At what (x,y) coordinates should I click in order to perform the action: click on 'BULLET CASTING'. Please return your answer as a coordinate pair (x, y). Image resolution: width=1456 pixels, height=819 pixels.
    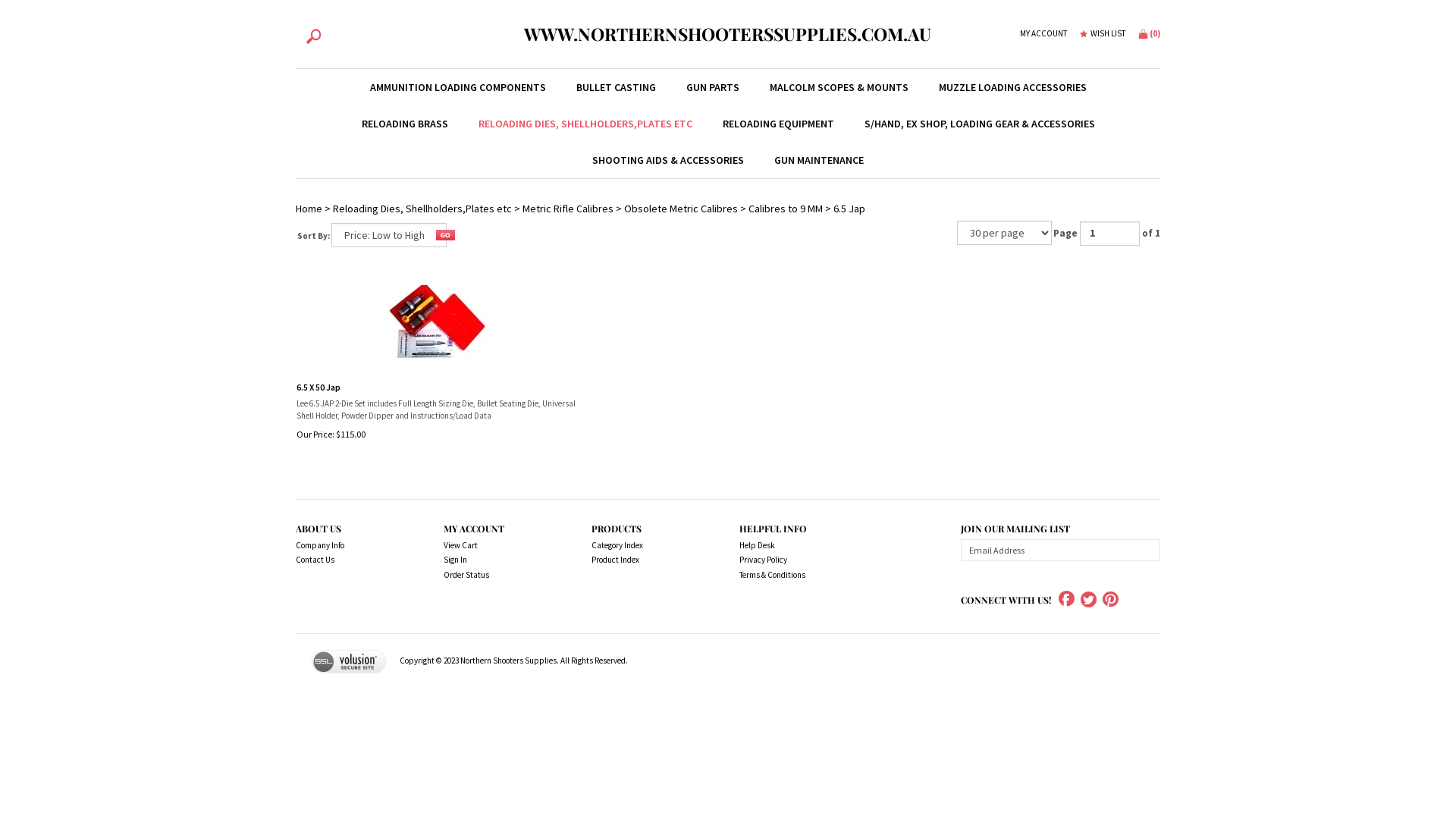
    Looking at the image, I should click on (616, 87).